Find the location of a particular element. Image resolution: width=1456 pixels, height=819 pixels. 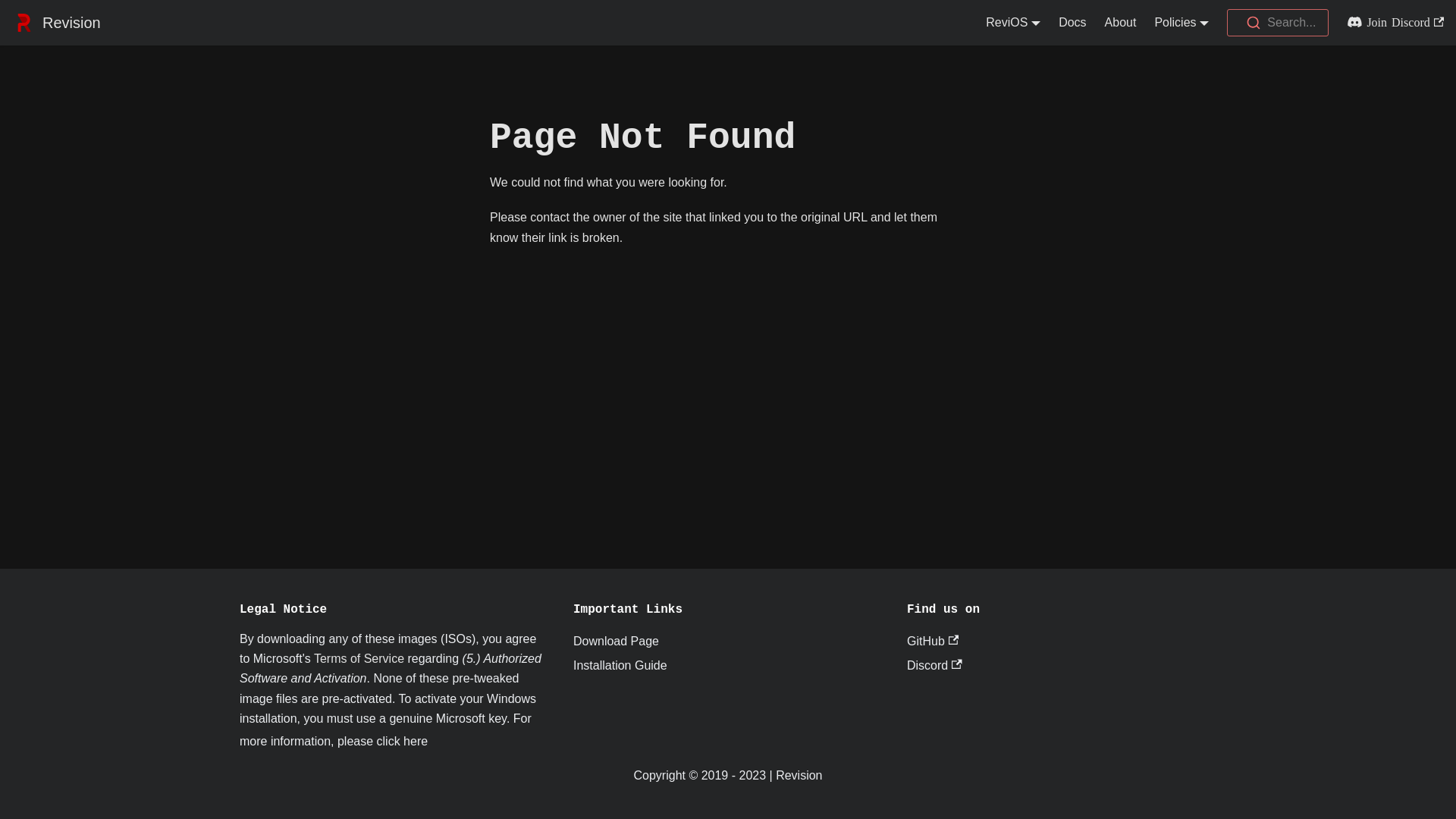

'Policies' is located at coordinates (1181, 22).